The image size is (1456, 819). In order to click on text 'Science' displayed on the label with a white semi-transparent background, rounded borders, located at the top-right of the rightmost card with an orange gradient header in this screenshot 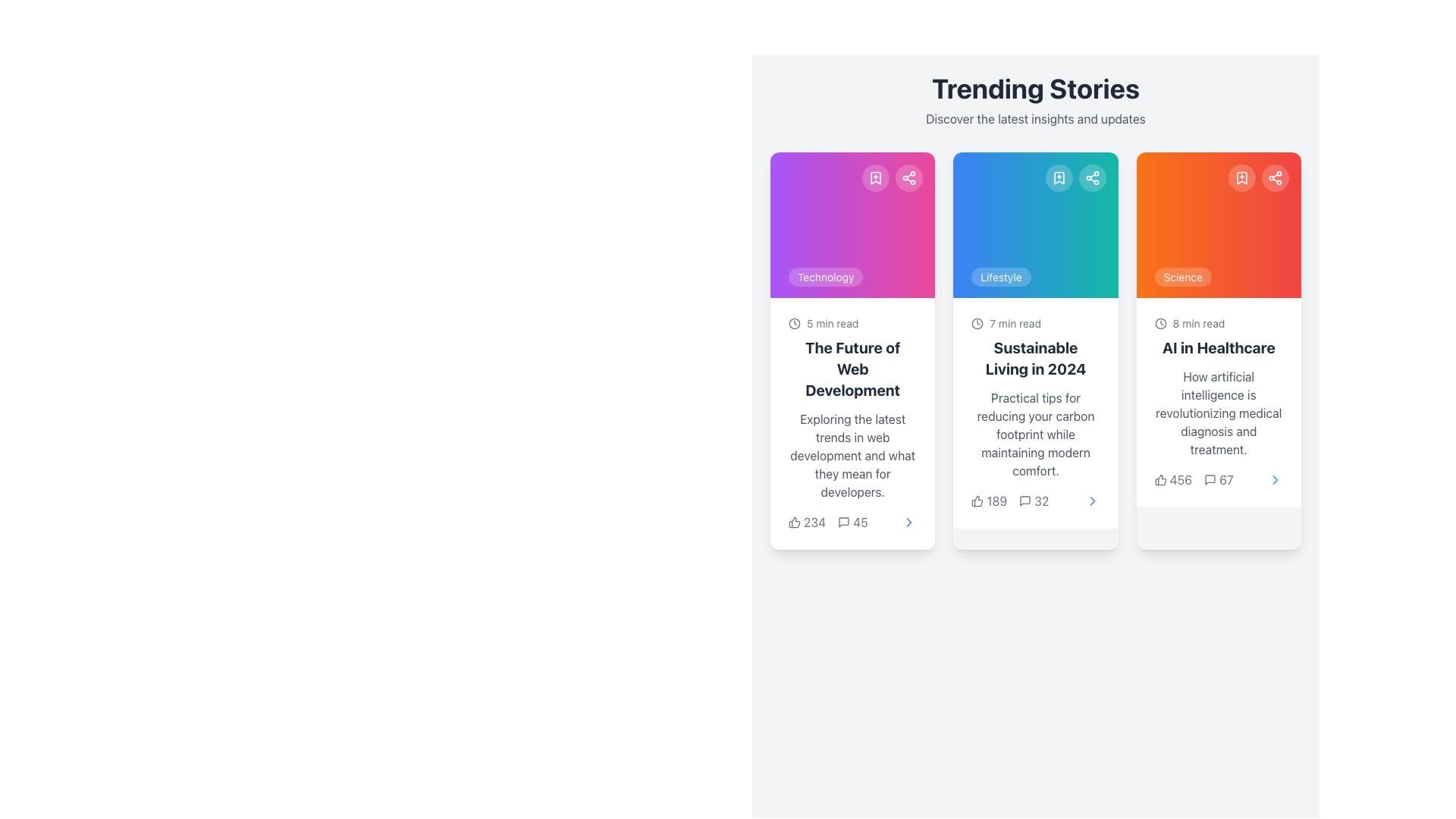, I will do `click(1182, 277)`.